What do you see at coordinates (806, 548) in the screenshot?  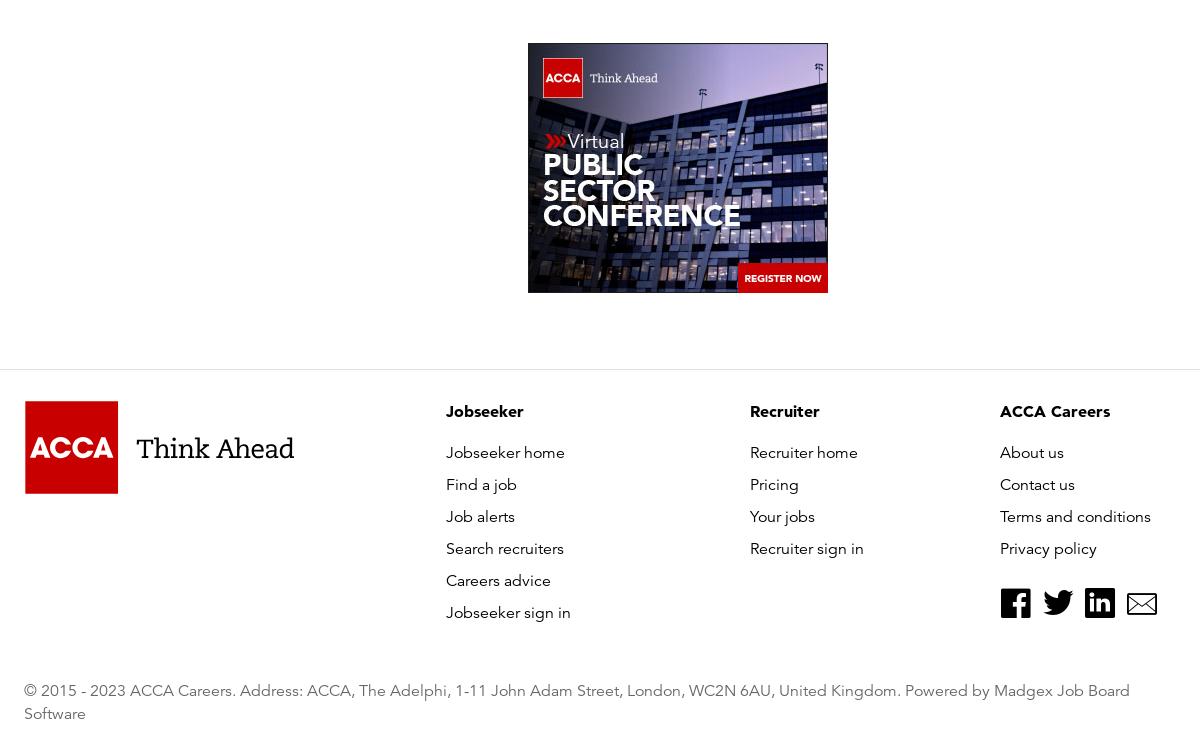 I see `'Recruiter sign in'` at bounding box center [806, 548].